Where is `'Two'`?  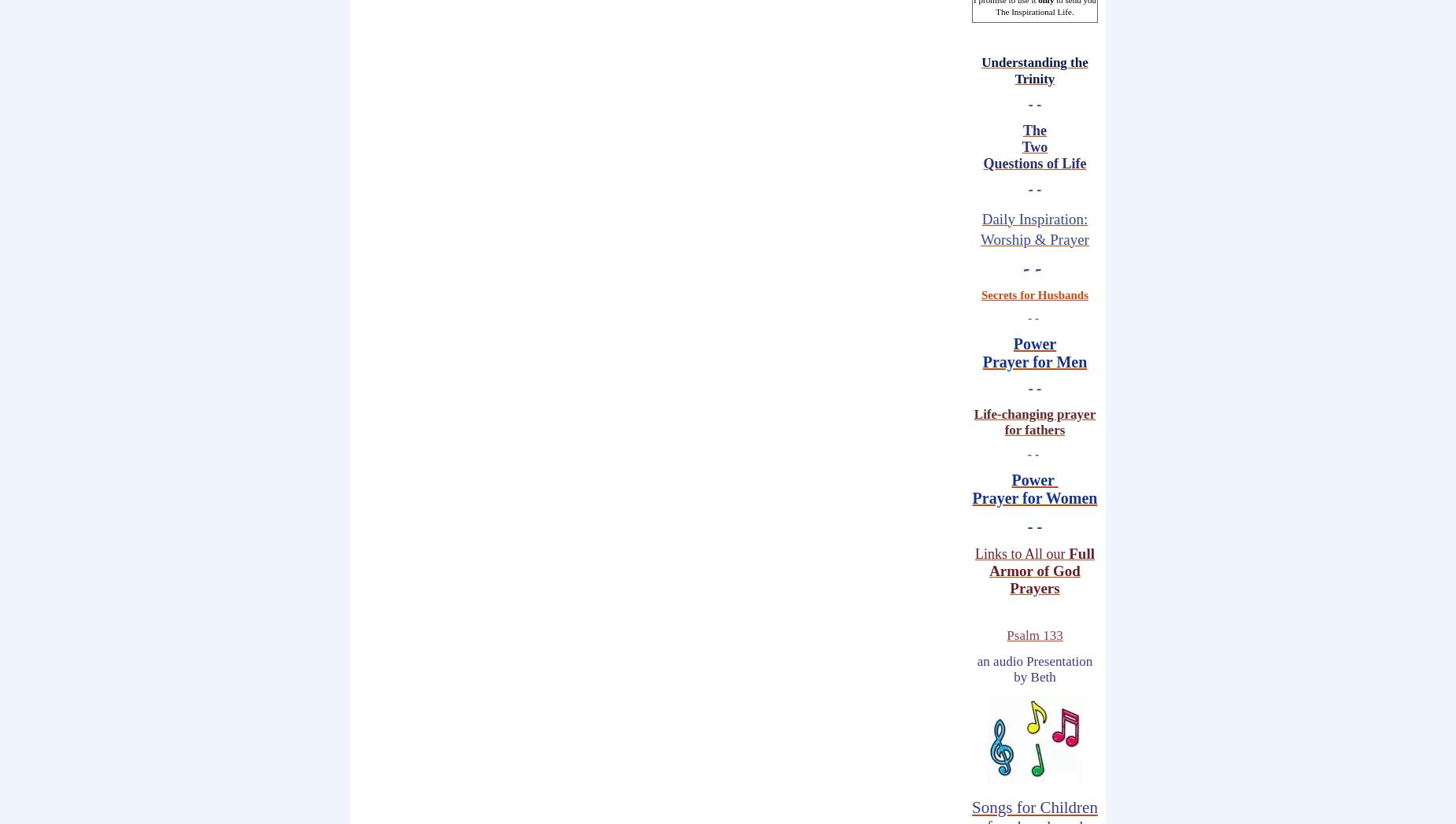
'Two' is located at coordinates (1033, 146).